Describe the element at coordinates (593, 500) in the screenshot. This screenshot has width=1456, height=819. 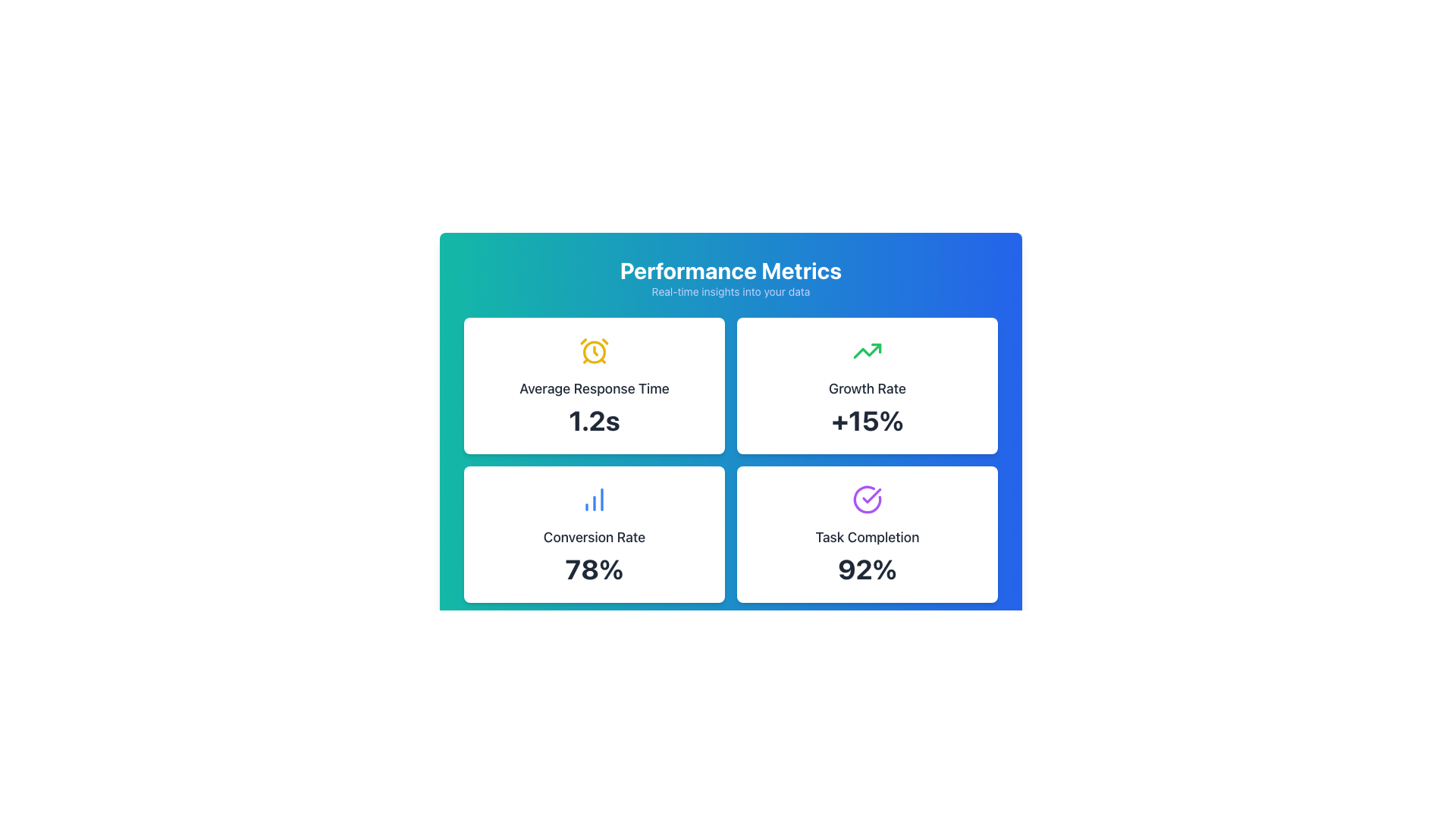
I see `the small blue bar chart icon located in the lower-left card of a 2x2 grid layout, which is above the text 'Conversion Rate' and aligned centrally within the card` at that location.